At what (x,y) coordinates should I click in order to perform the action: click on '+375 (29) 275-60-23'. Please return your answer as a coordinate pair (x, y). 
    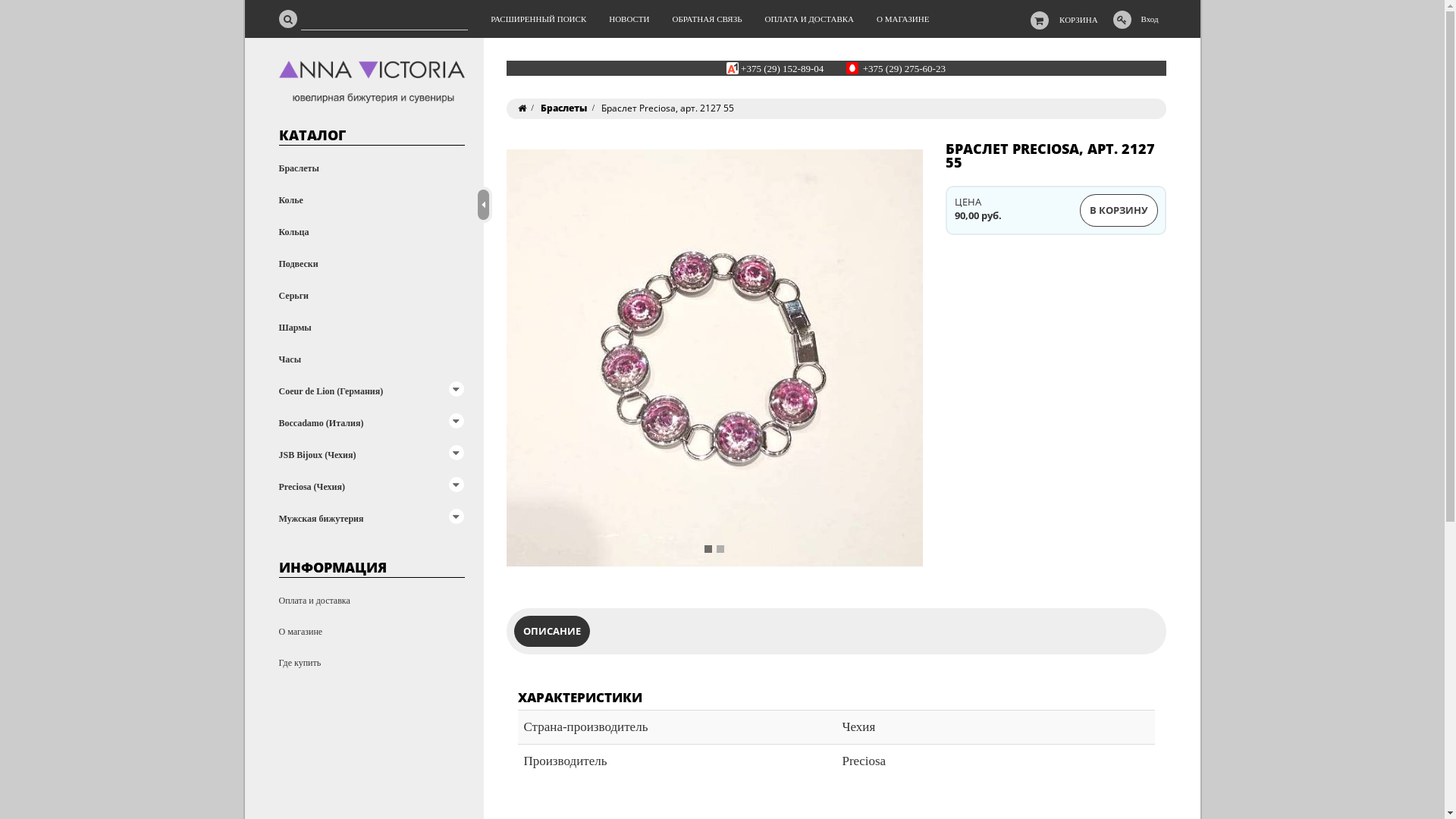
    Looking at the image, I should click on (904, 67).